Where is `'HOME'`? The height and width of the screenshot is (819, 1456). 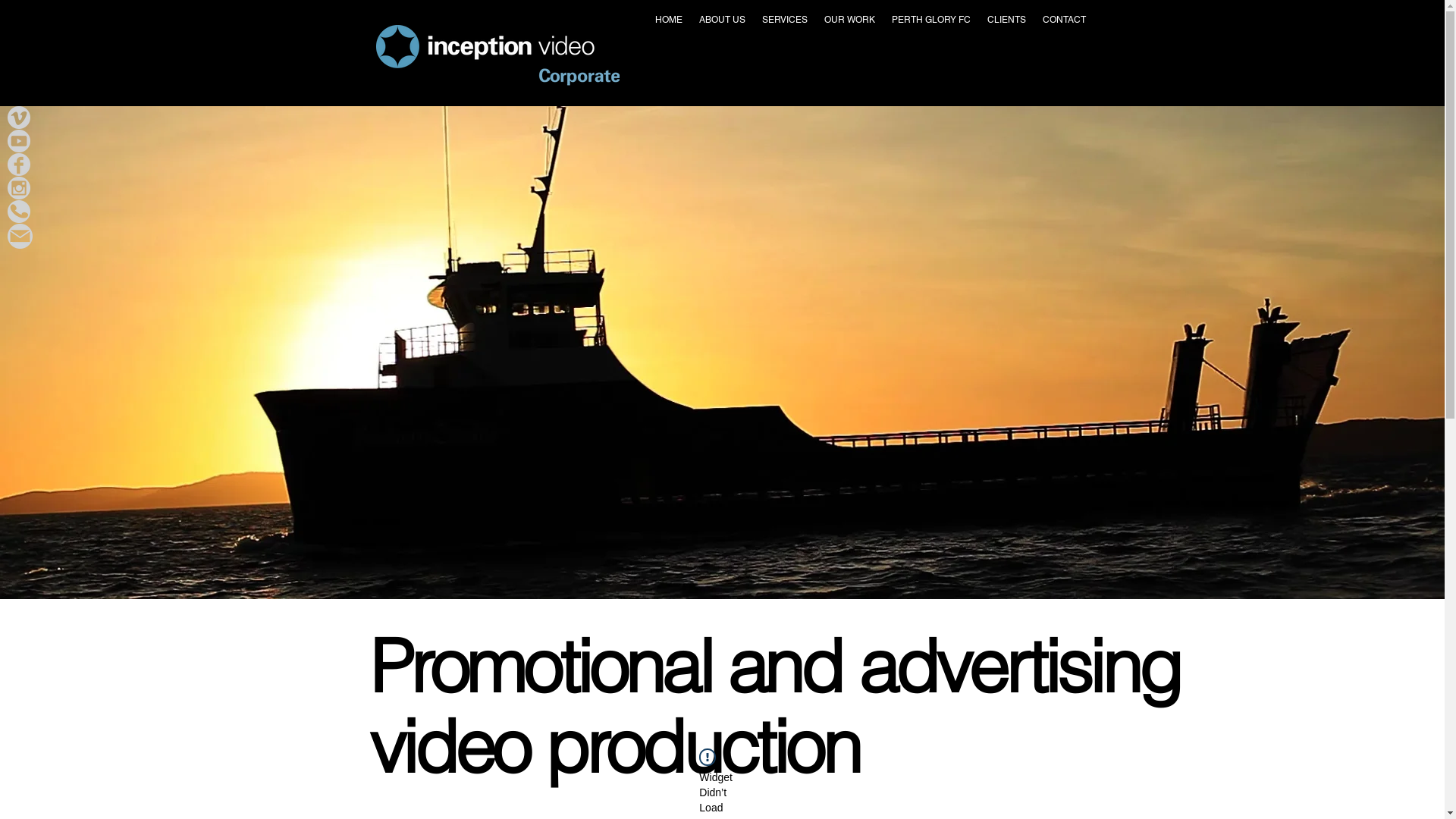
'HOME' is located at coordinates (667, 20).